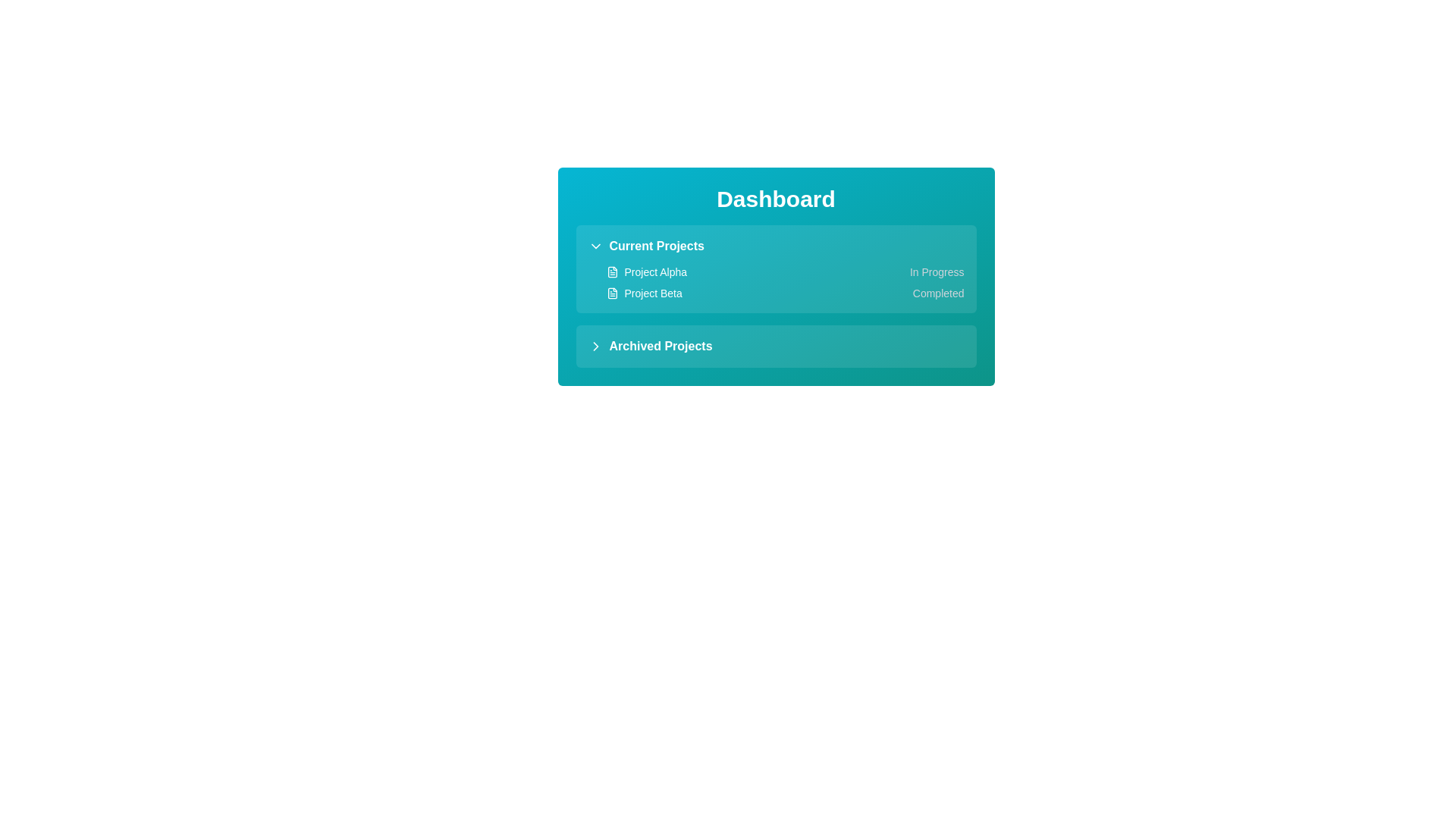 This screenshot has height=819, width=1456. What do you see at coordinates (646, 245) in the screenshot?
I see `the 'Current Projects' section header` at bounding box center [646, 245].